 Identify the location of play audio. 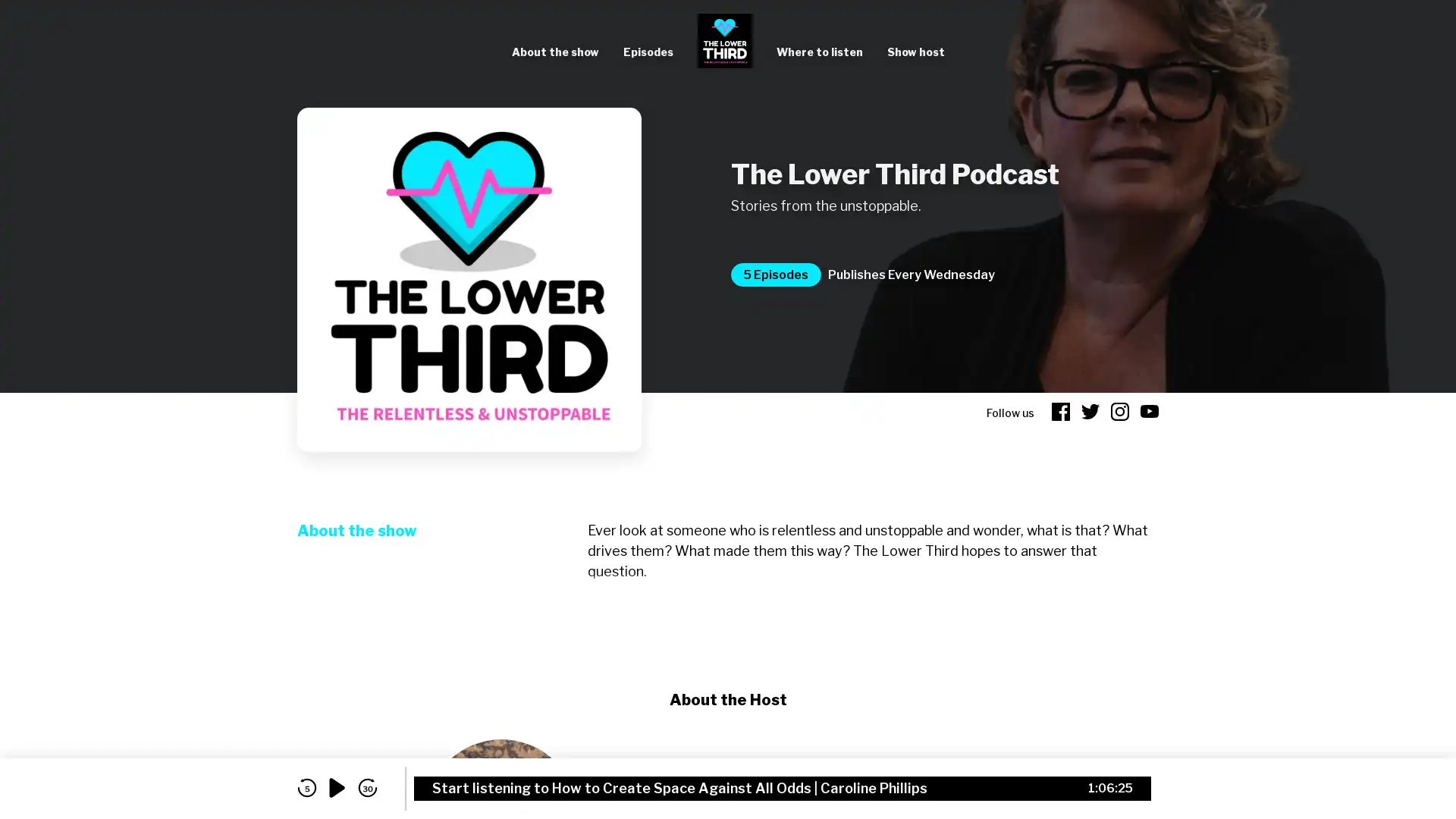
(337, 787).